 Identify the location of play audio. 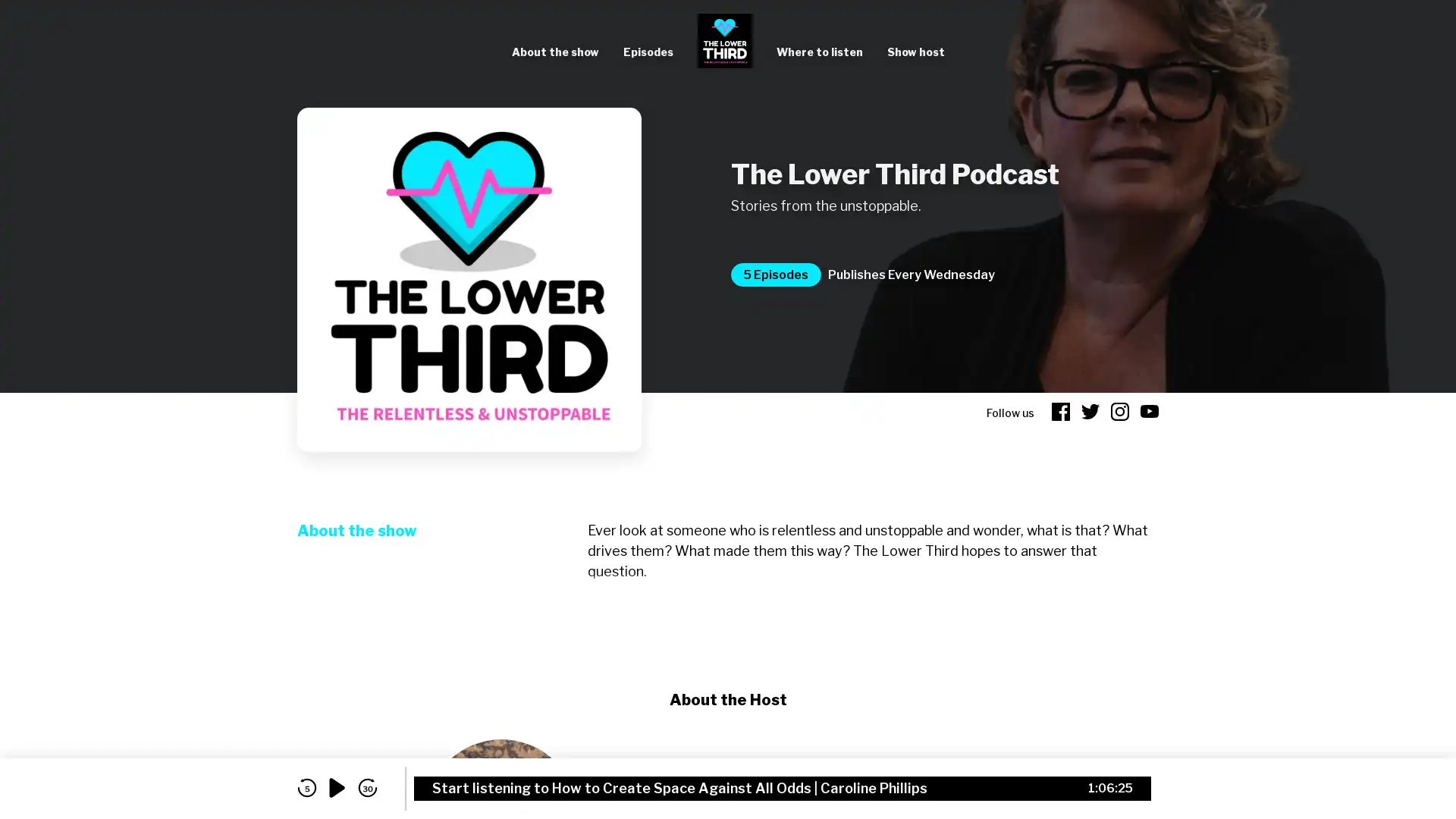
(337, 787).